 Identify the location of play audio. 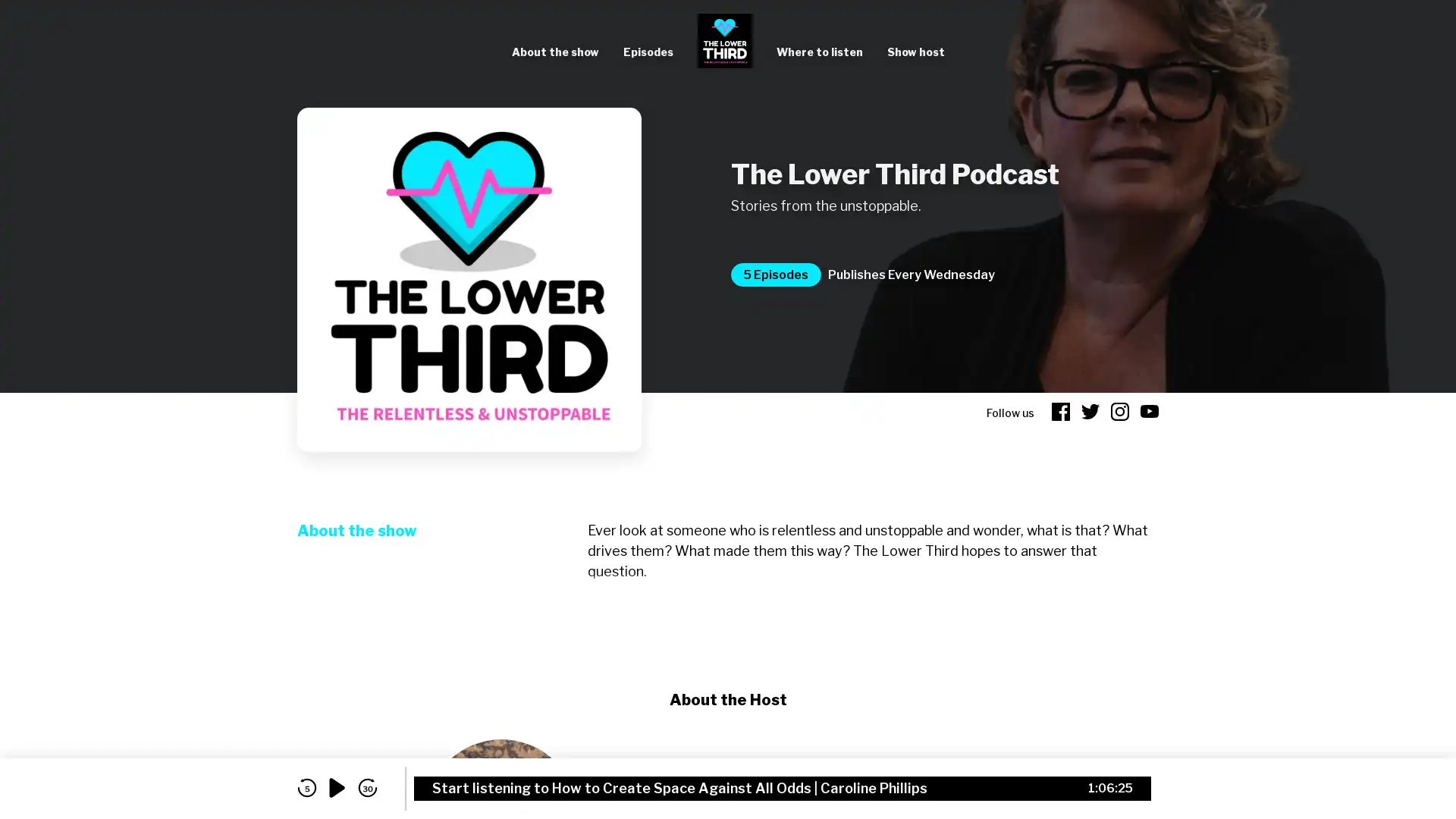
(337, 787).